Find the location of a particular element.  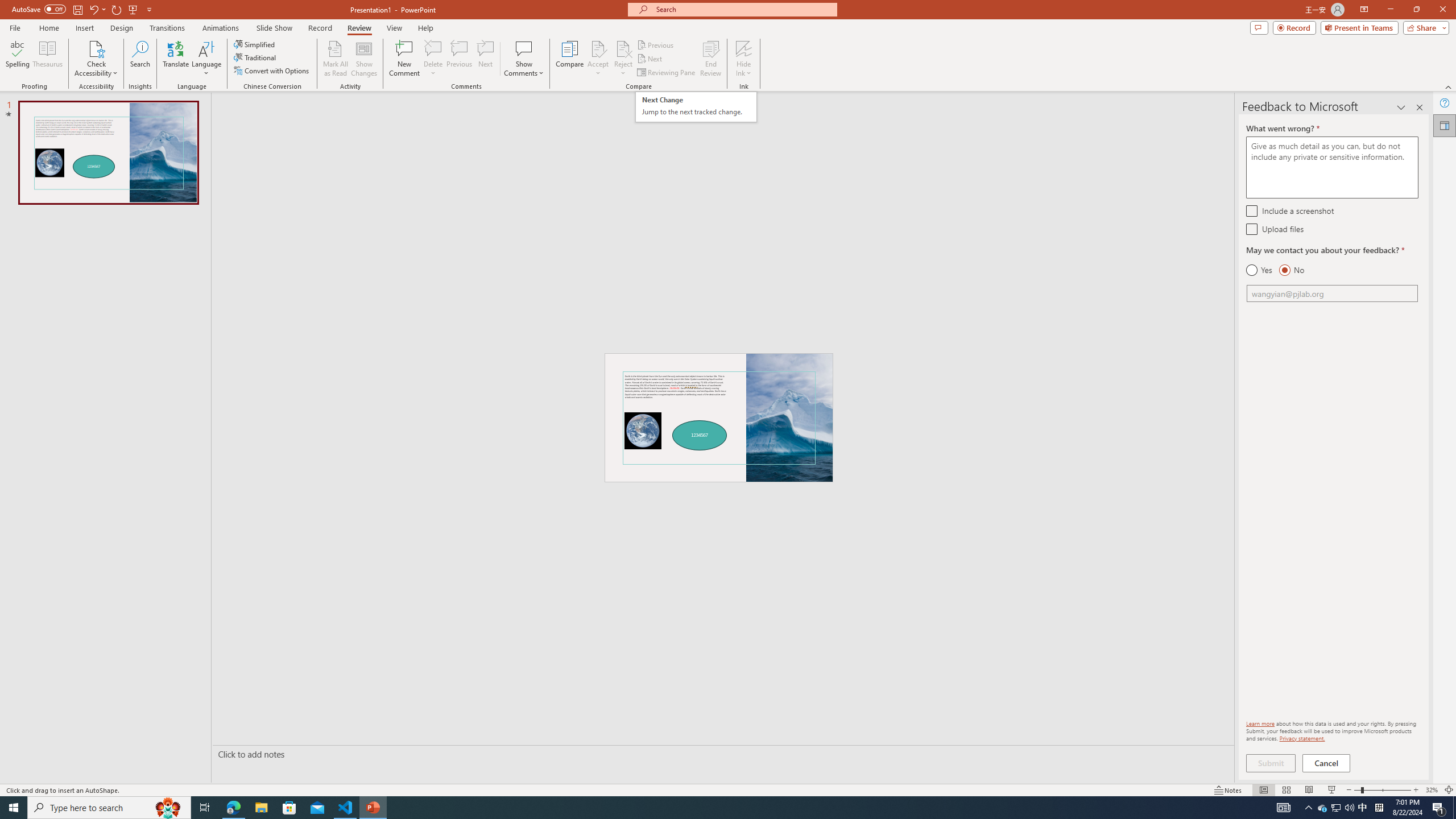

'Check Accessibility' is located at coordinates (95, 48).